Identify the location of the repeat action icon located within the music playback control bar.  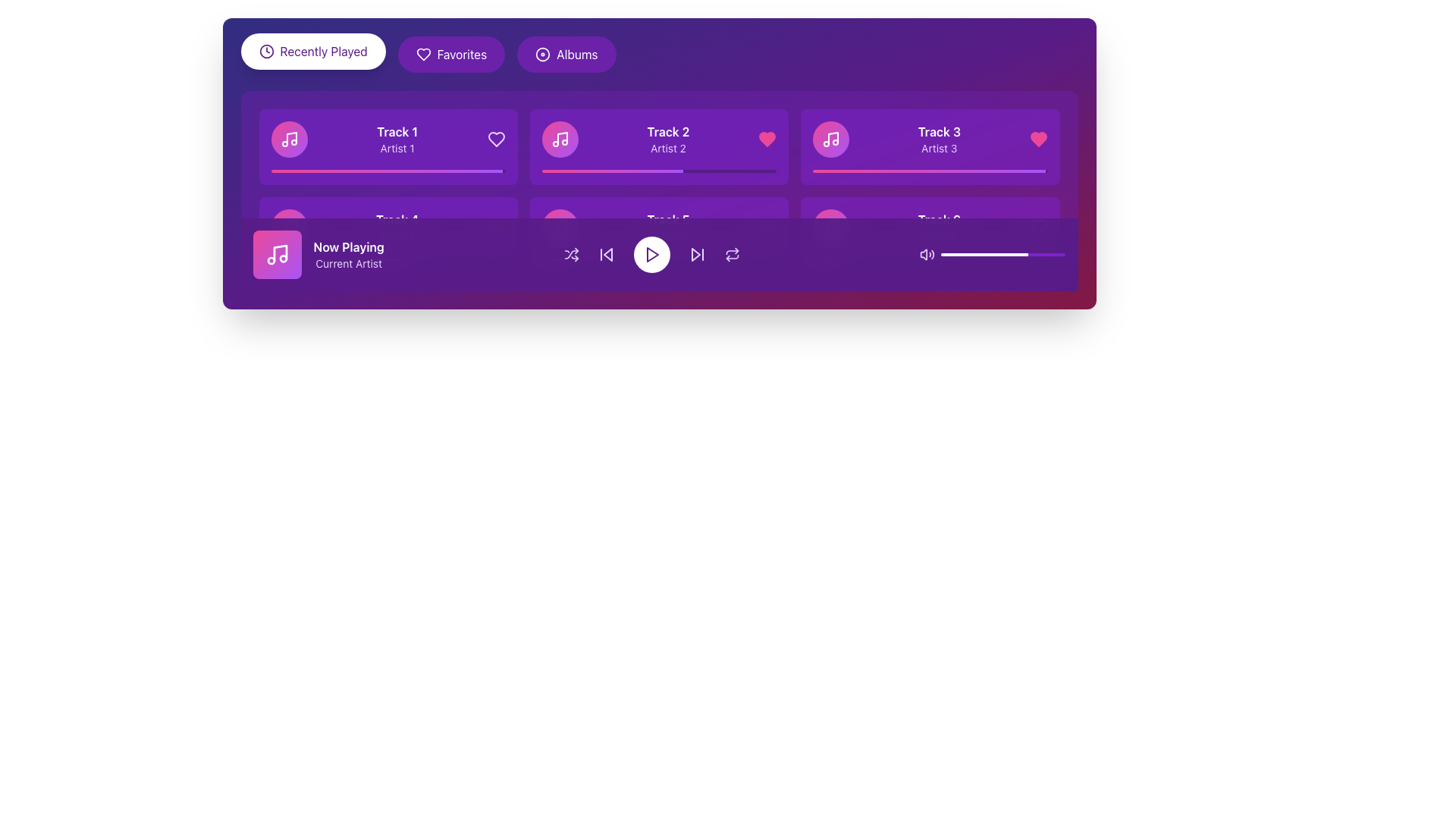
(733, 256).